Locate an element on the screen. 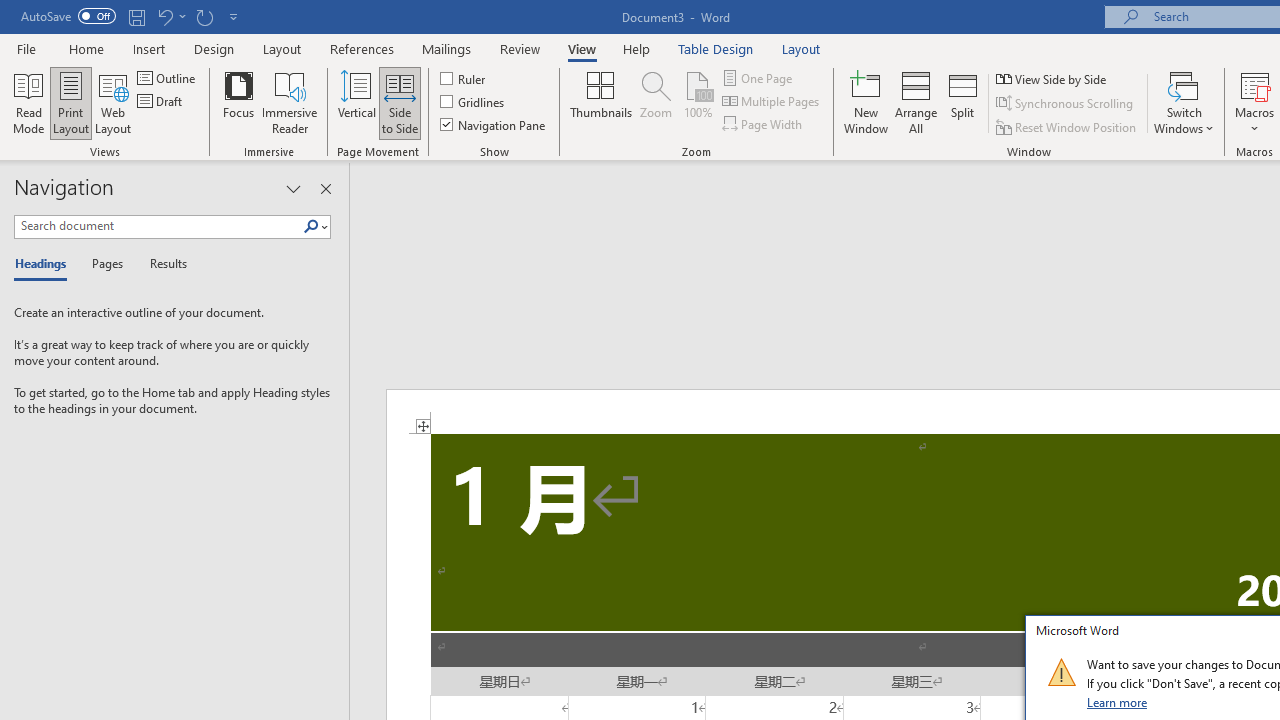  'Undo Increase Indent' is located at coordinates (164, 16).